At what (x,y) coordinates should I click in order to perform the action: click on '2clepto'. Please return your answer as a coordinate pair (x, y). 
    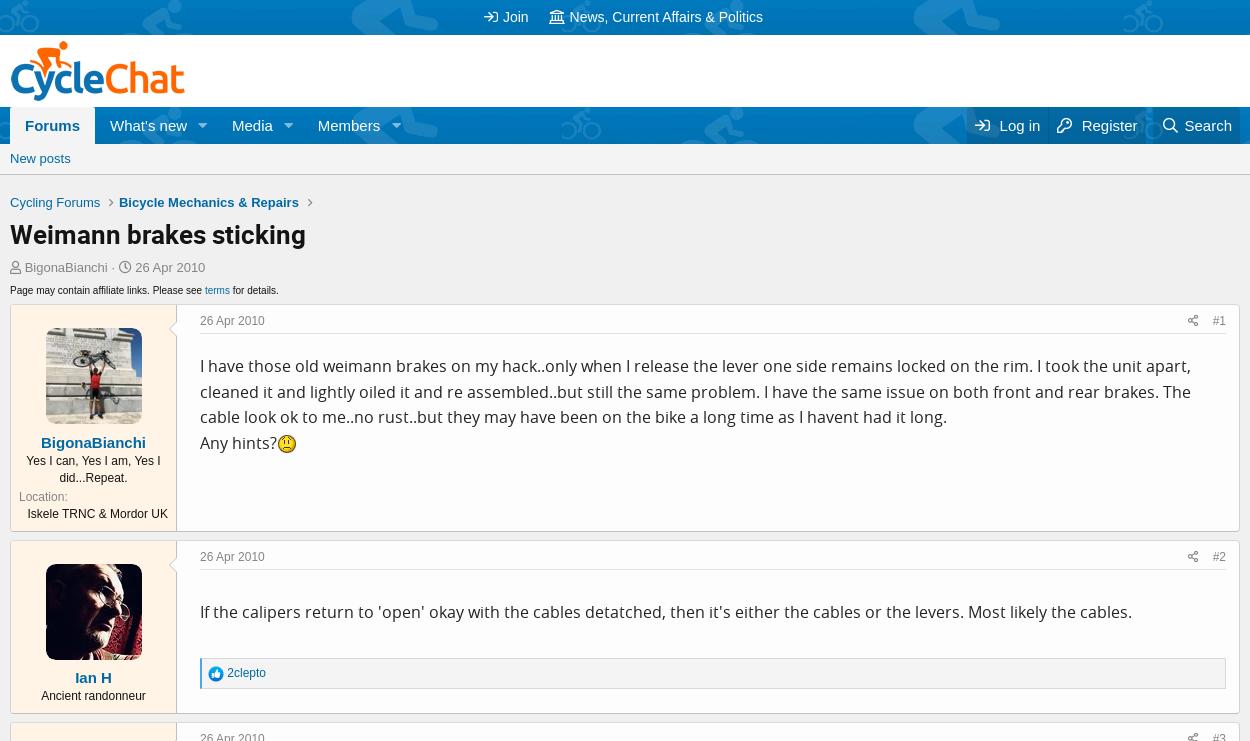
    Looking at the image, I should click on (245, 672).